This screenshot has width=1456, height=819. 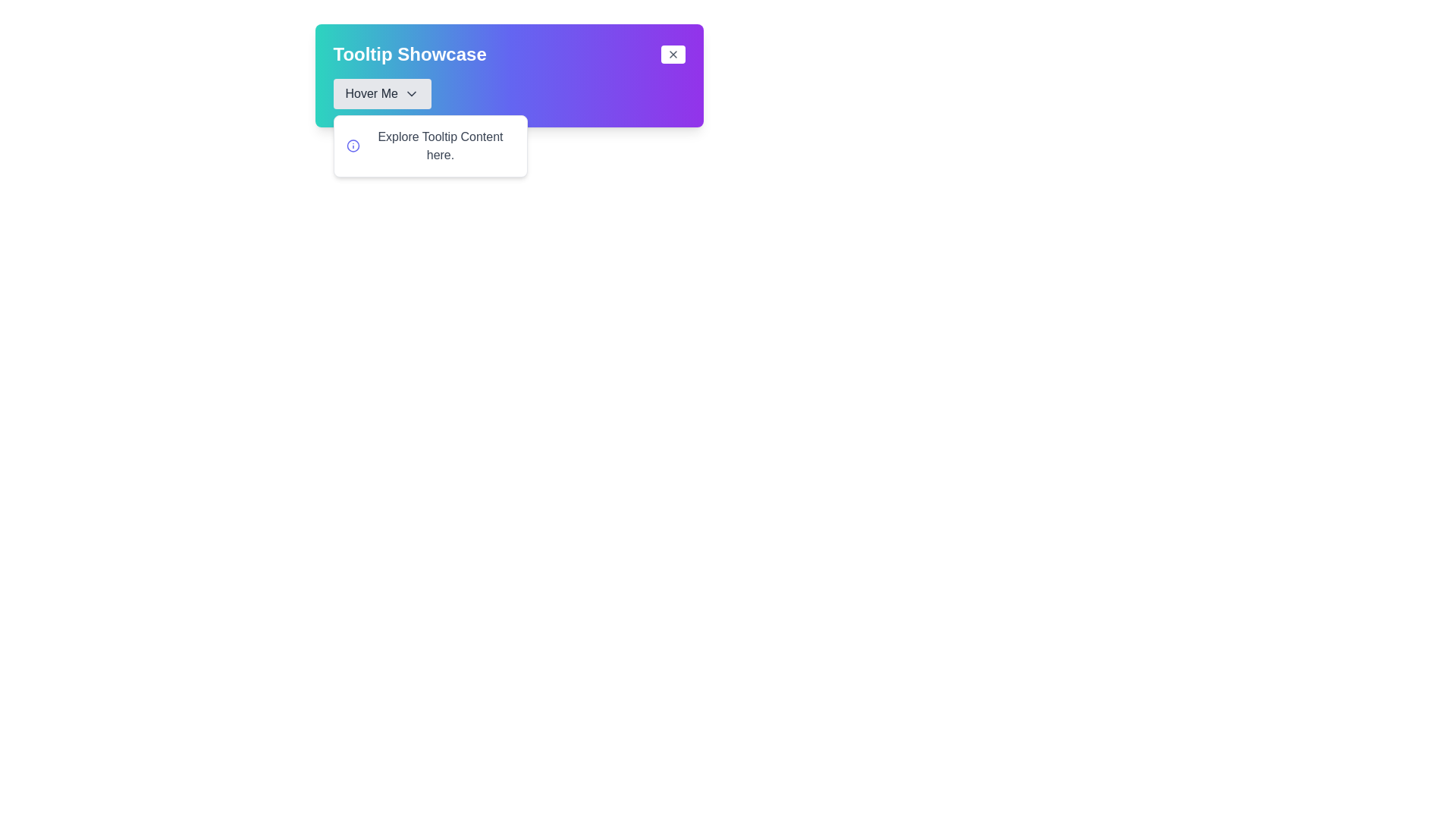 I want to click on the chevron icon indicating a dropdown menu located to the right of the 'Hover Me' button, so click(x=411, y=93).